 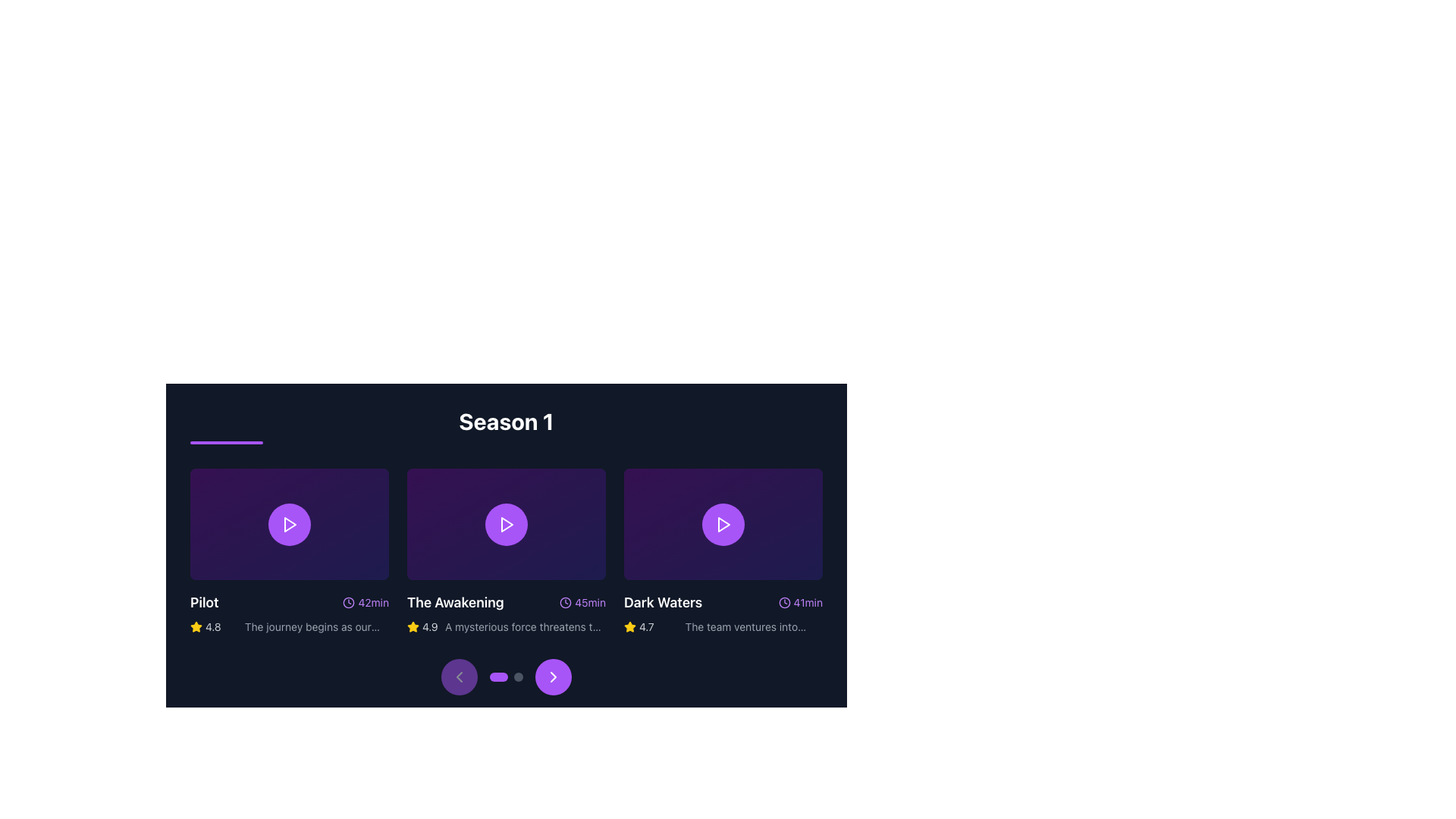 I want to click on the play button located at the center of the second tile in a horizontal list layout of videos or episodes to play the video, so click(x=506, y=522).